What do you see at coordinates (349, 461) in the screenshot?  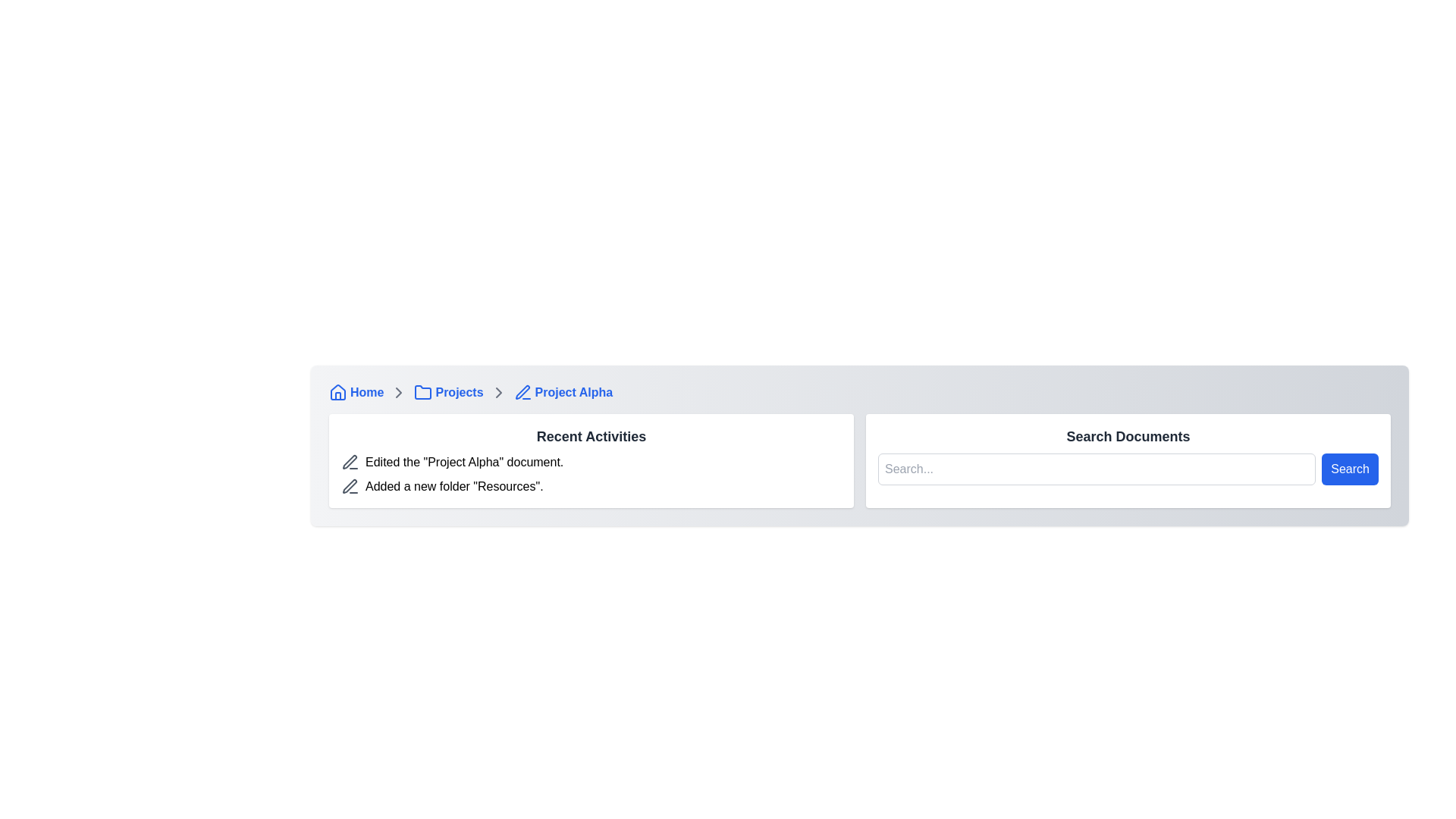 I see `the pen icon representing the edit action located in the 'Recent Activities' section adjacent to the text 'Edited the 'Project Alpha' document.'` at bounding box center [349, 461].